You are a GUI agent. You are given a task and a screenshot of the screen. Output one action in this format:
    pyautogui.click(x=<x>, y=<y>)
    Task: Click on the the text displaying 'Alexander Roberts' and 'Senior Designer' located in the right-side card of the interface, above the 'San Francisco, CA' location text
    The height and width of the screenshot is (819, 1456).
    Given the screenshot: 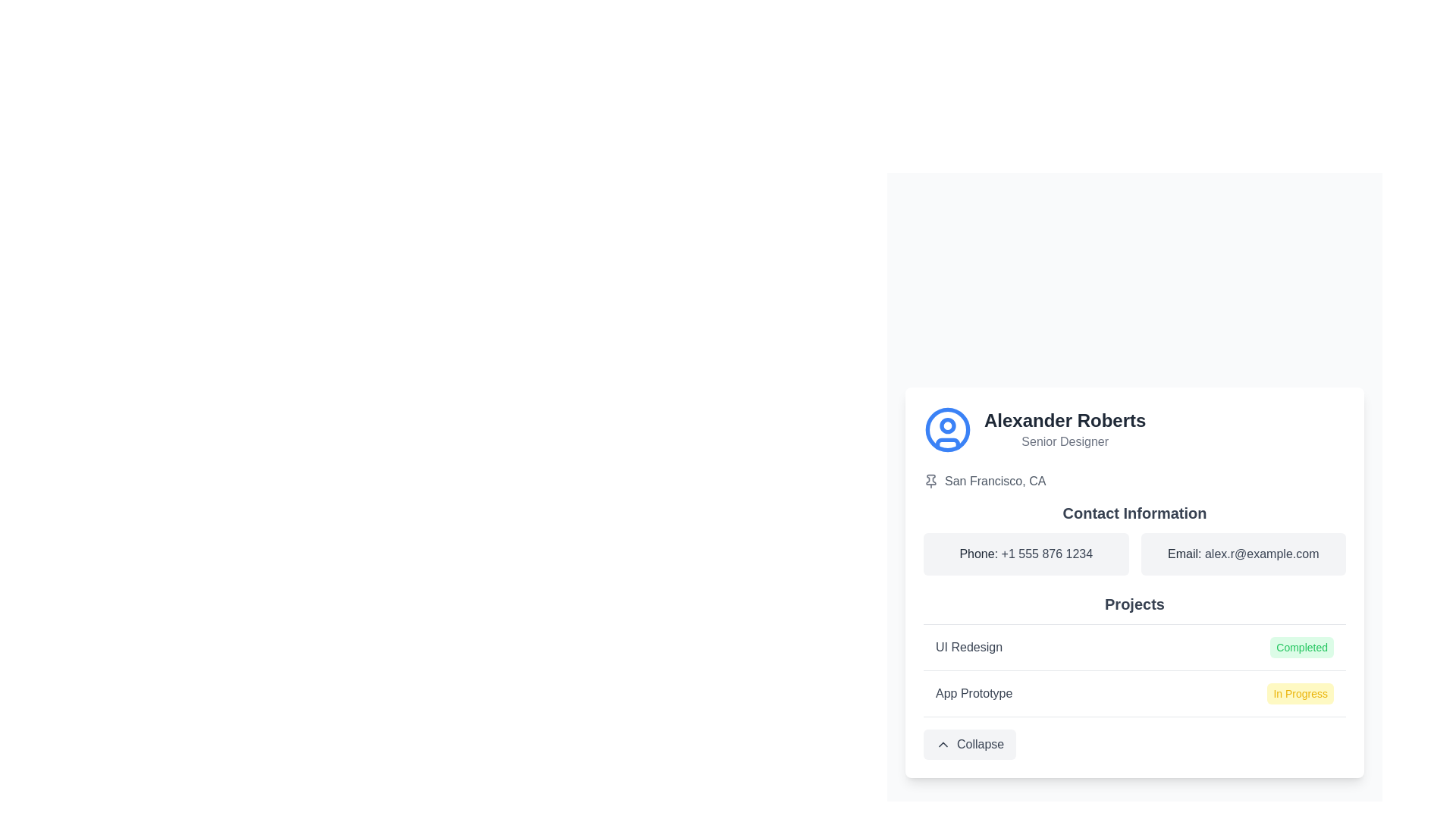 What is the action you would take?
    pyautogui.click(x=1064, y=429)
    